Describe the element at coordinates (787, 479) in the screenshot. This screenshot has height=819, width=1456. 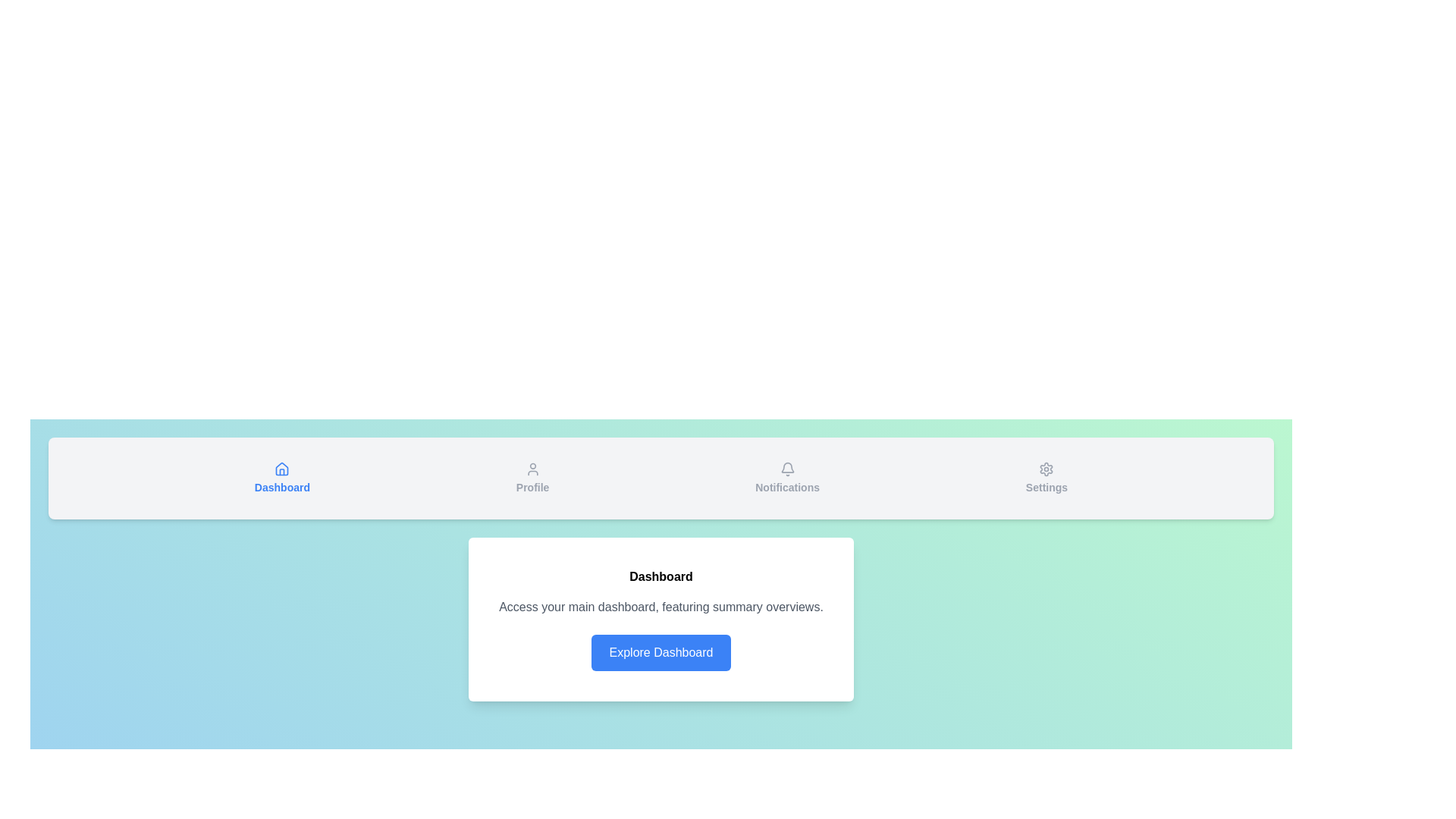
I see `the tab labeled Notifications to view its content` at that location.